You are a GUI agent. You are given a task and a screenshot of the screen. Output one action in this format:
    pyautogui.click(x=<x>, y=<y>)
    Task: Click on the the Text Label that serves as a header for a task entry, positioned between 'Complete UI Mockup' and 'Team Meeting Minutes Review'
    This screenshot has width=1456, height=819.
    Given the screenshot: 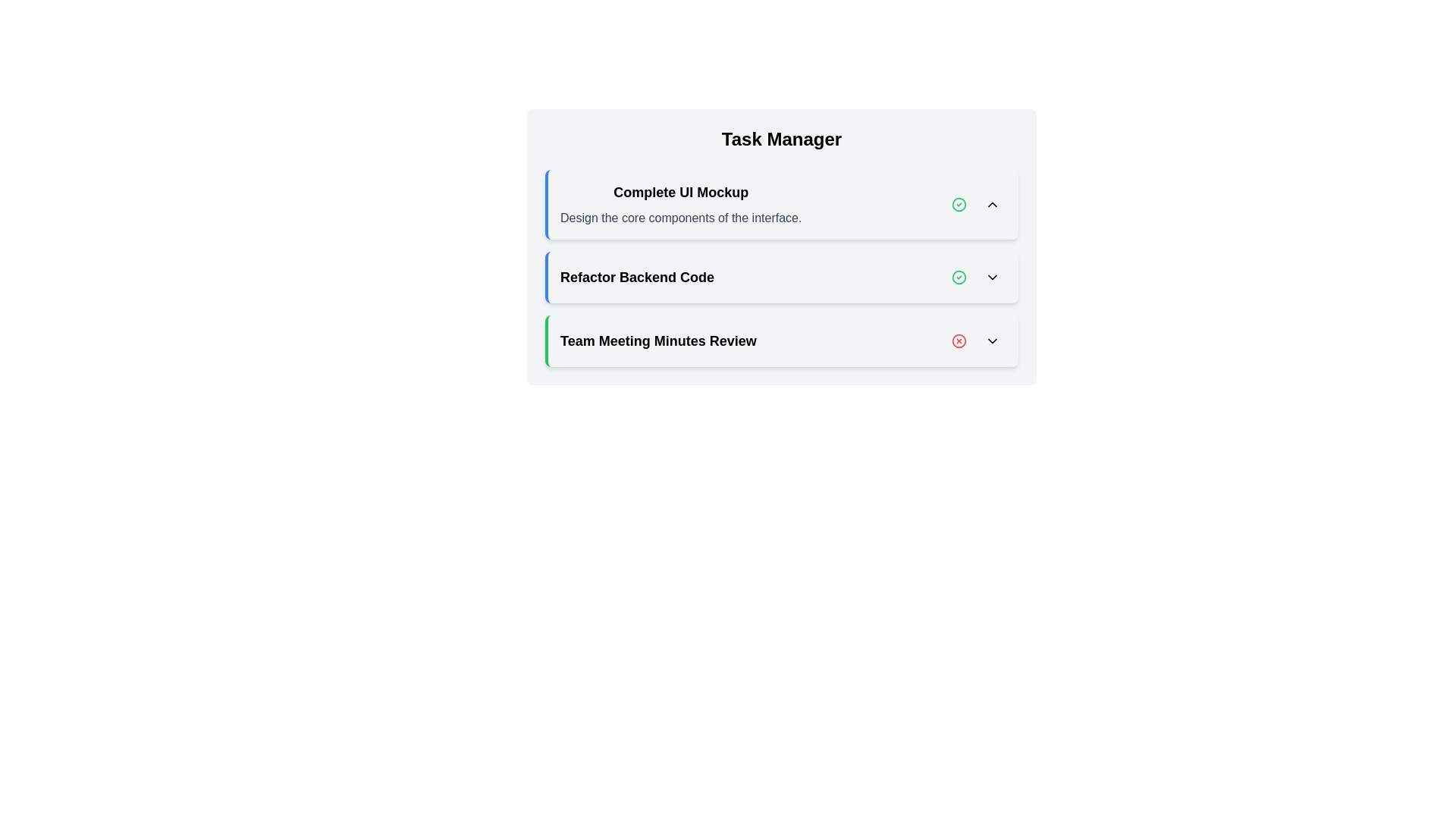 What is the action you would take?
    pyautogui.click(x=637, y=278)
    